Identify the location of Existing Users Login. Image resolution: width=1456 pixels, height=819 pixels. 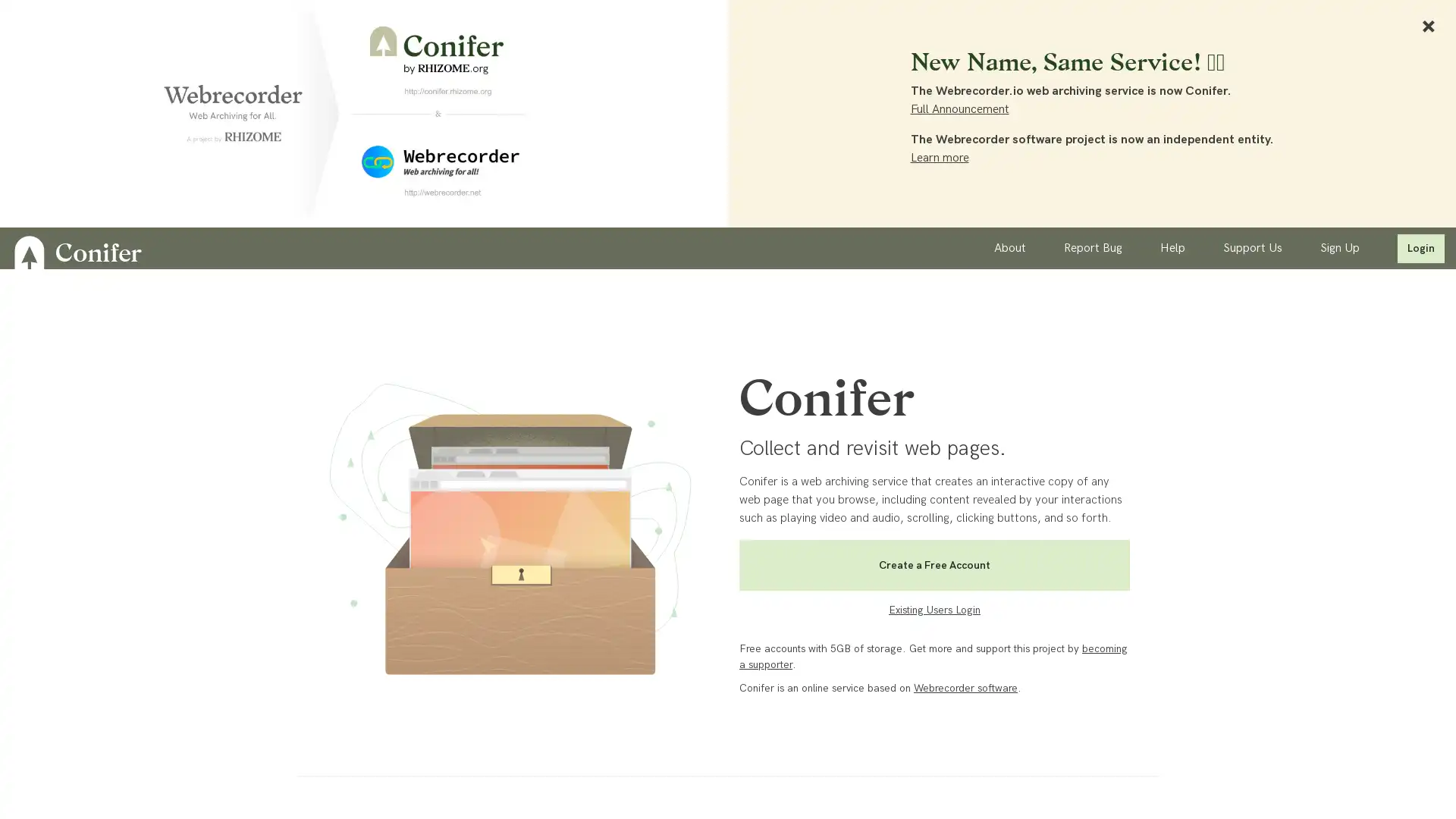
(934, 613).